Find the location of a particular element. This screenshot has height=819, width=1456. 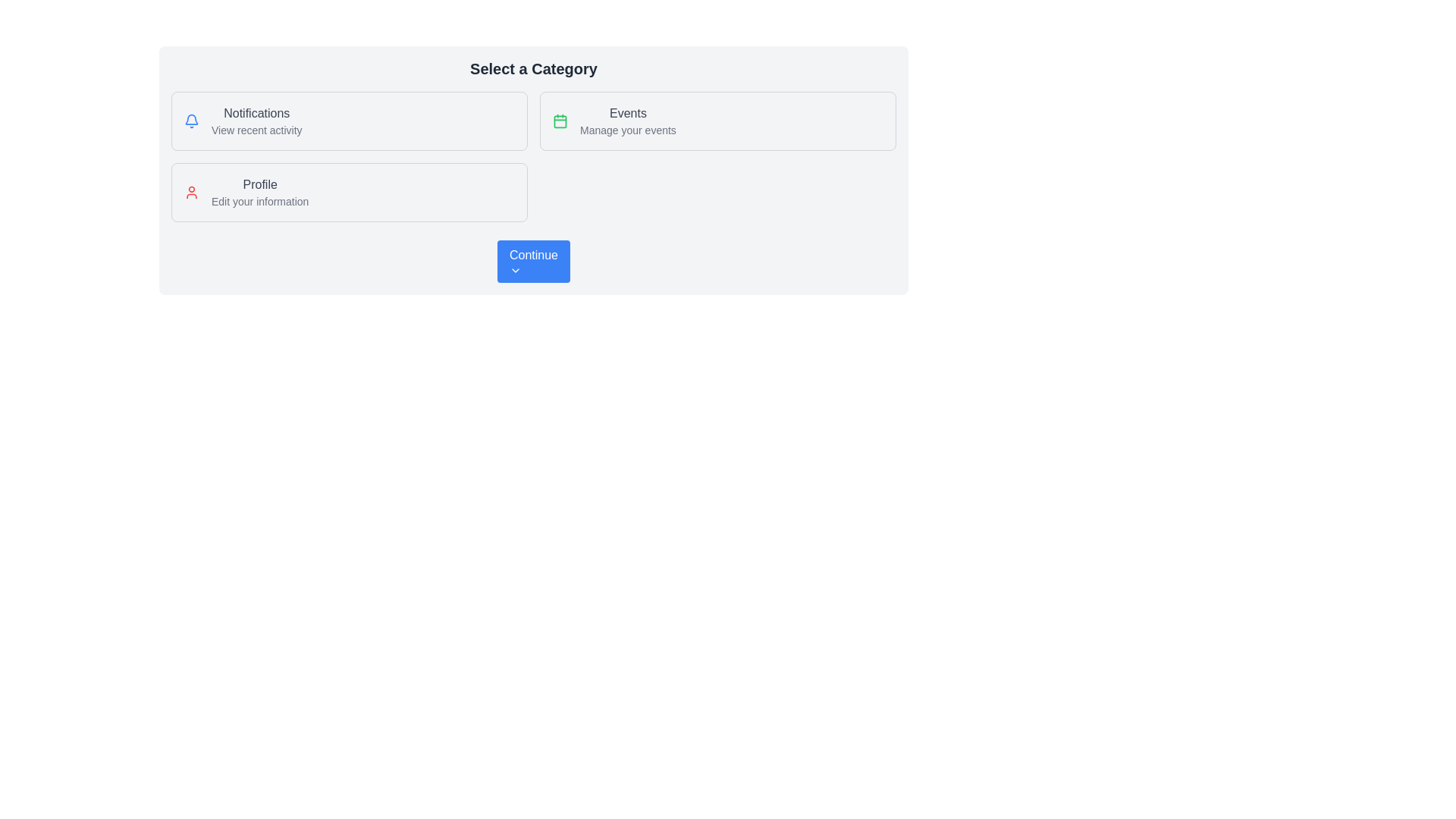

the title and subtitle text block of the 'Notifications' feature, which is located in the top-left area of the layout grid, above the 'Profile' card is located at coordinates (256, 120).